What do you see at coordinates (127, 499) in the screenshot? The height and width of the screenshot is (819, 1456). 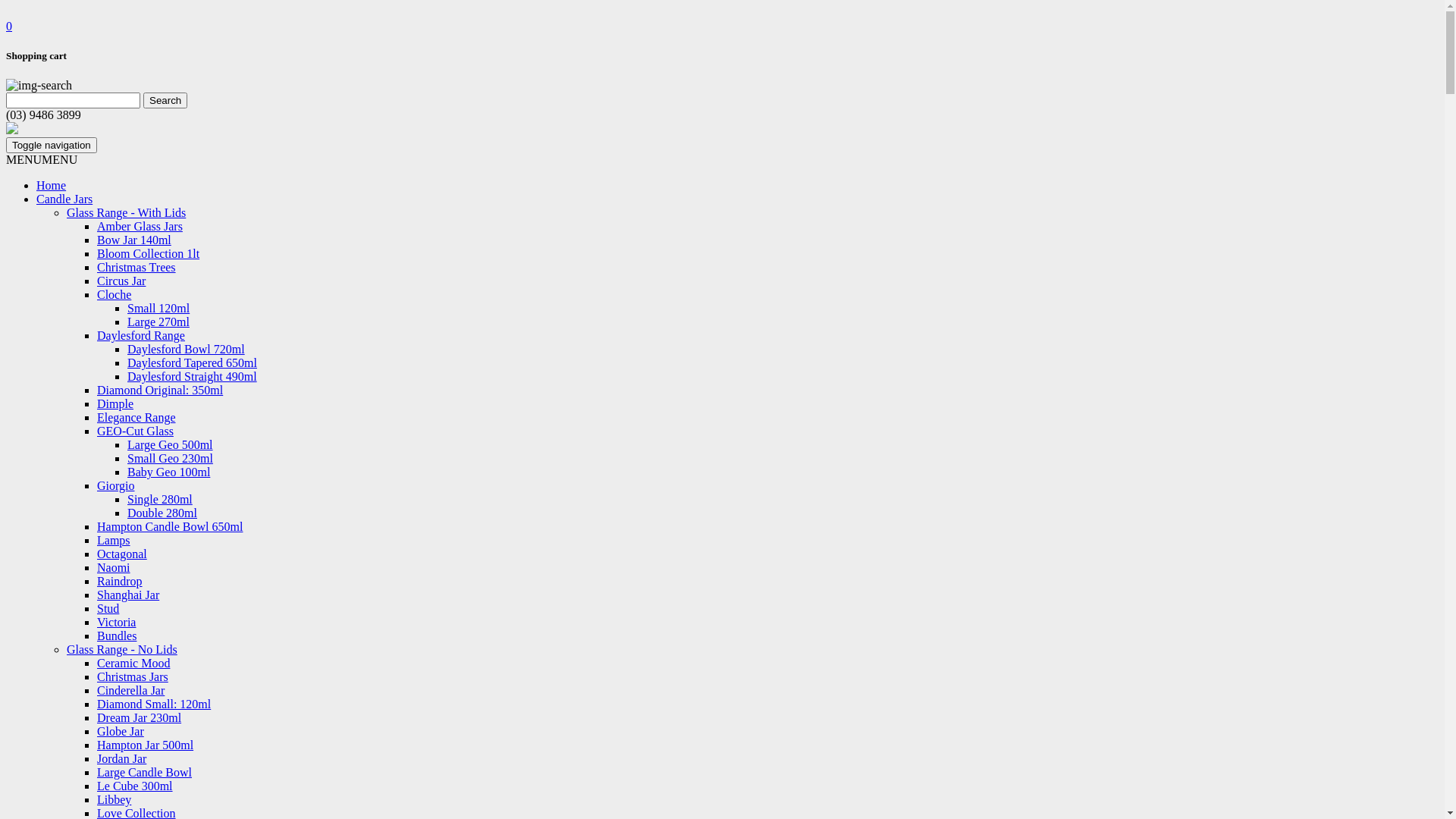 I see `'Single 280ml'` at bounding box center [127, 499].